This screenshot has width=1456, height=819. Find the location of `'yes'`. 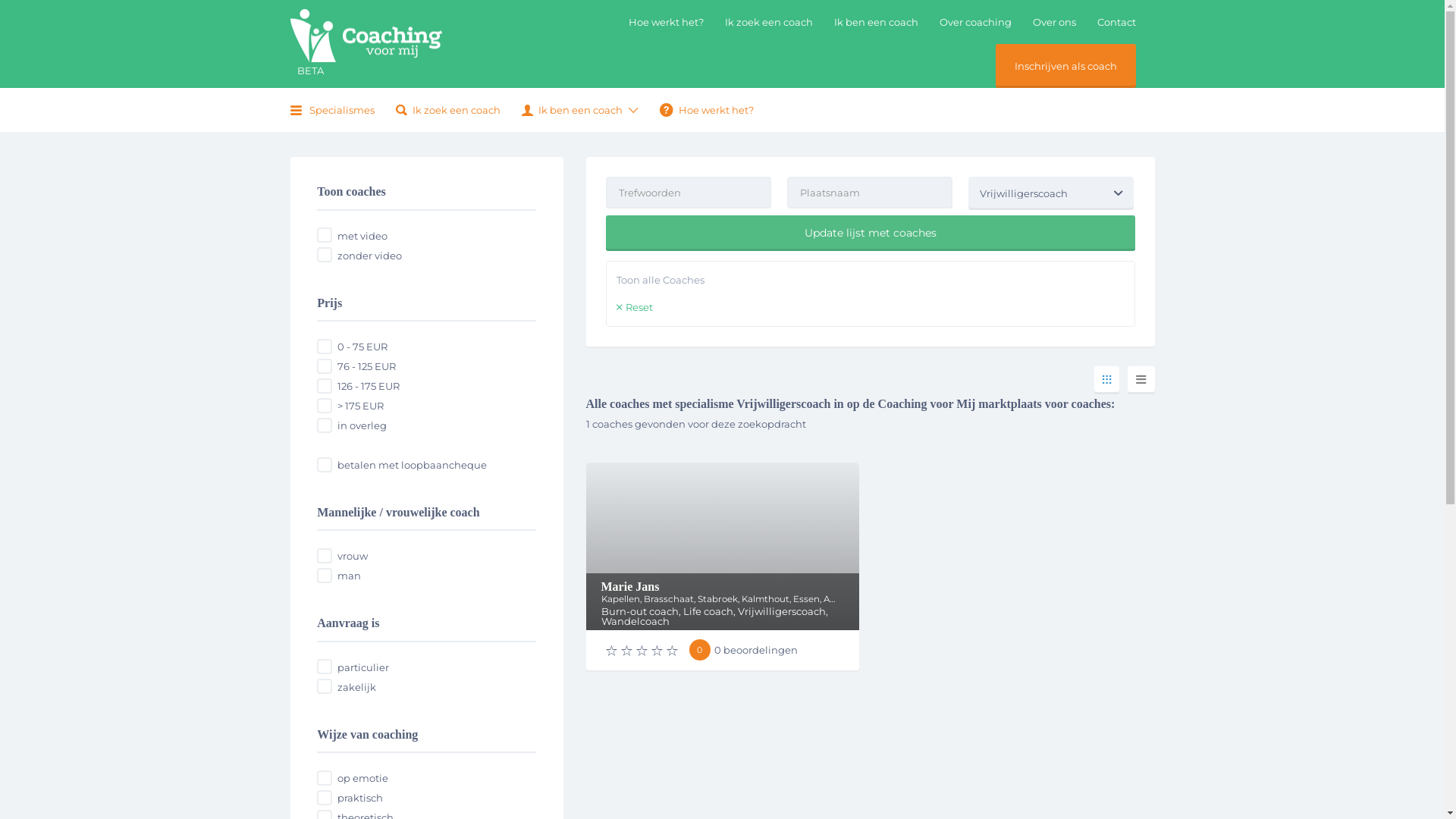

'yes' is located at coordinates (323, 234).